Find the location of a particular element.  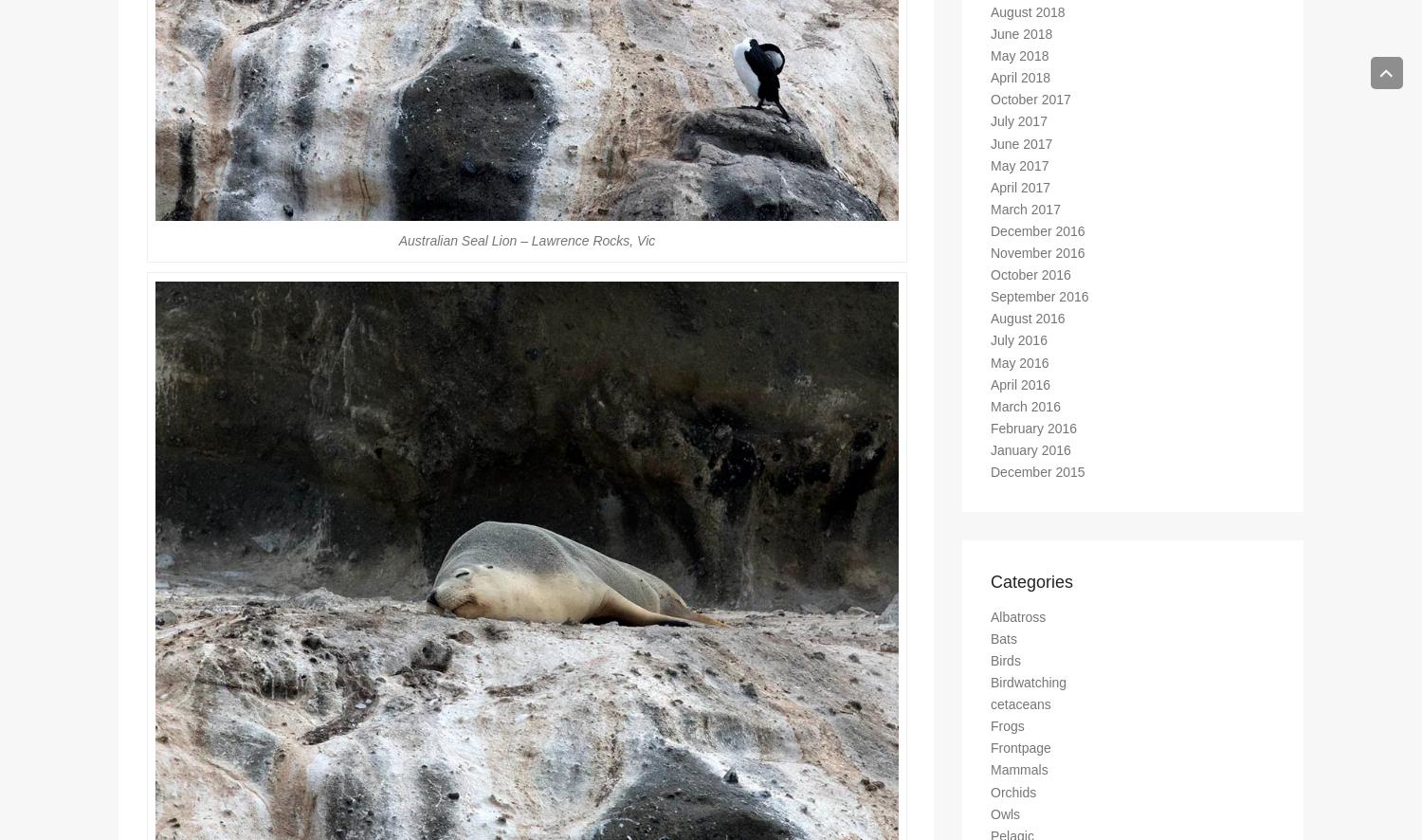

'Orchids' is located at coordinates (1012, 799).